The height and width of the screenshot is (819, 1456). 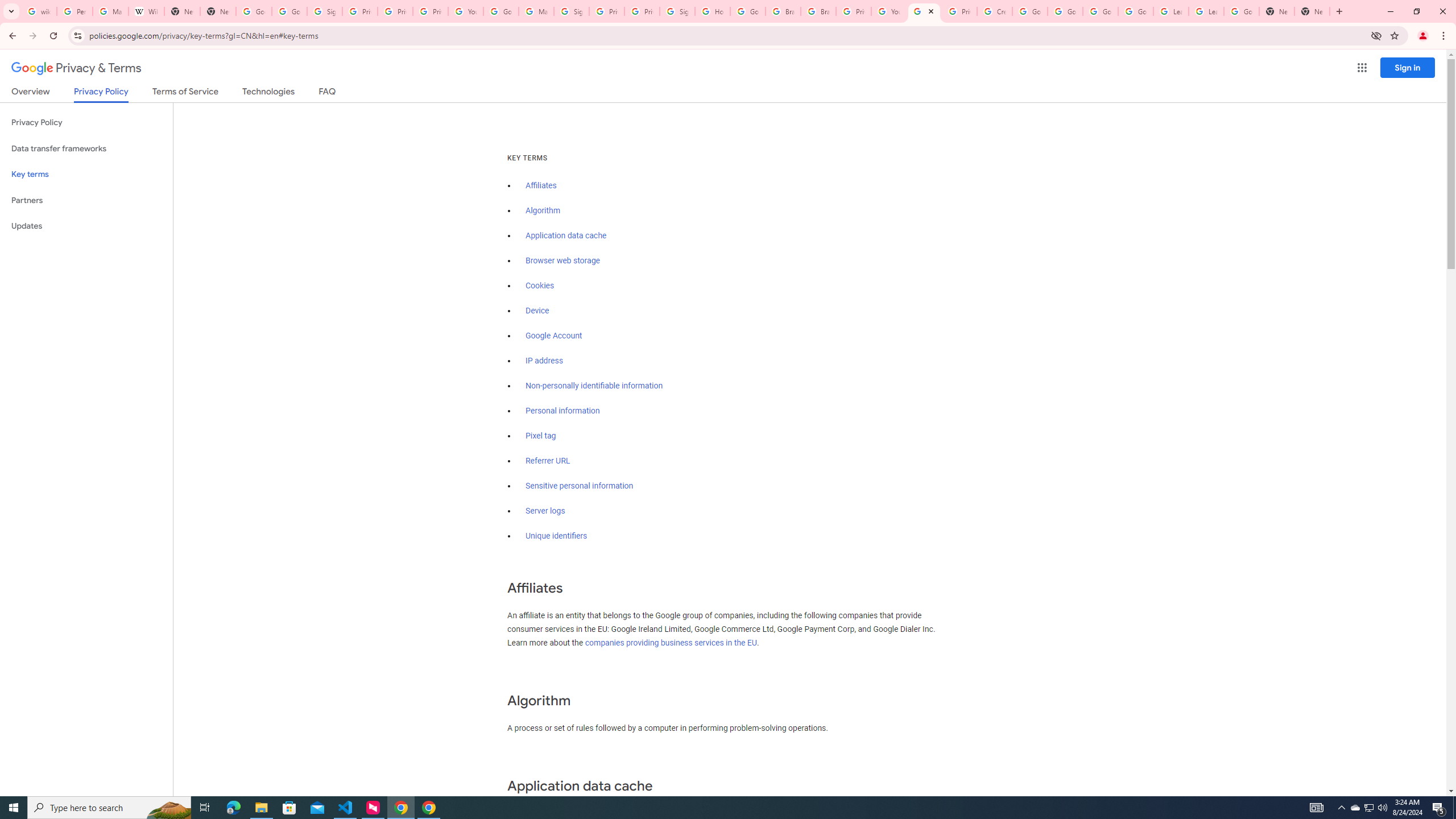 What do you see at coordinates (540, 435) in the screenshot?
I see `'Pixel tag'` at bounding box center [540, 435].